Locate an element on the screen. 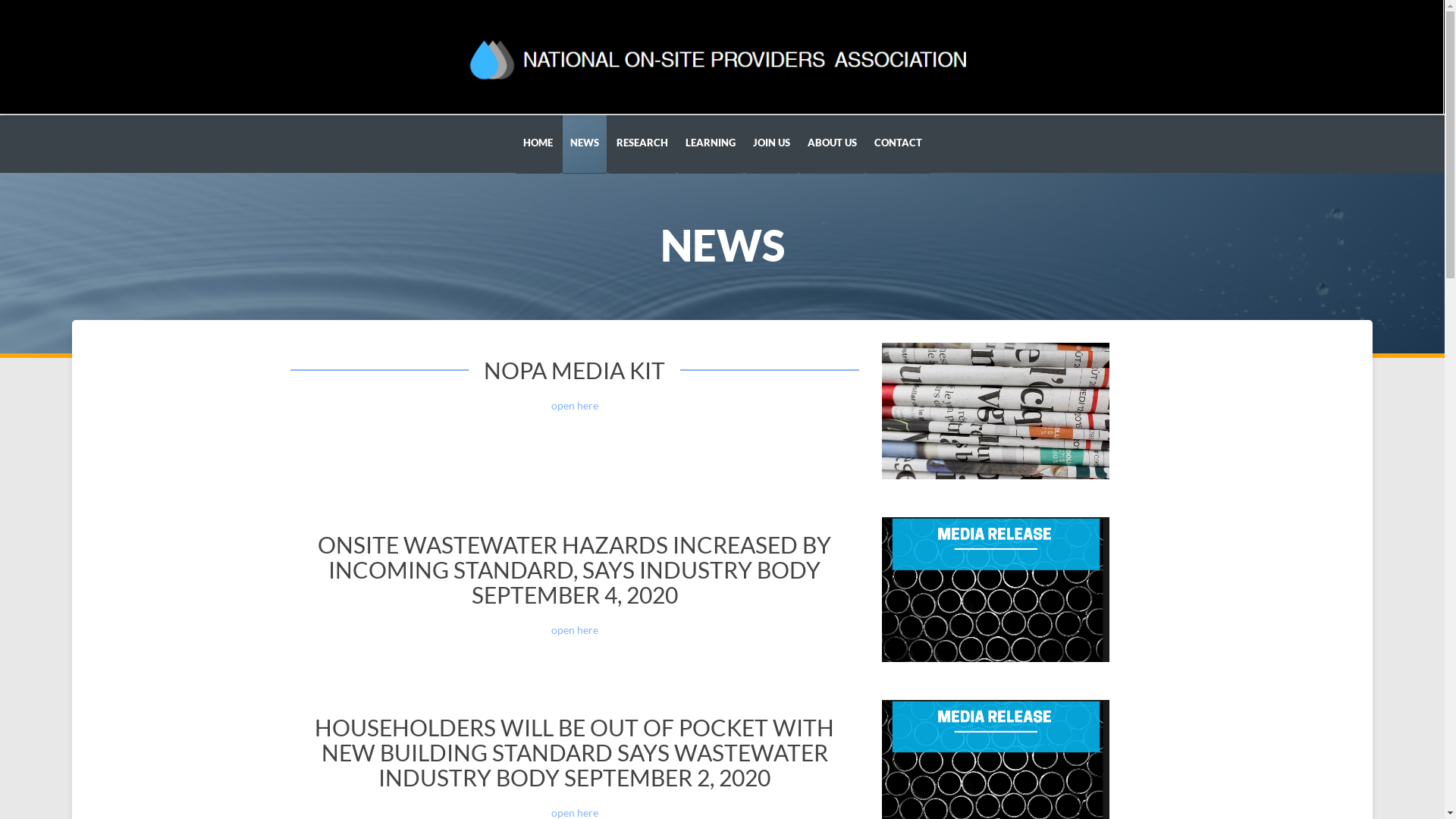 The height and width of the screenshot is (819, 1456). 'NEWS' is located at coordinates (584, 144).